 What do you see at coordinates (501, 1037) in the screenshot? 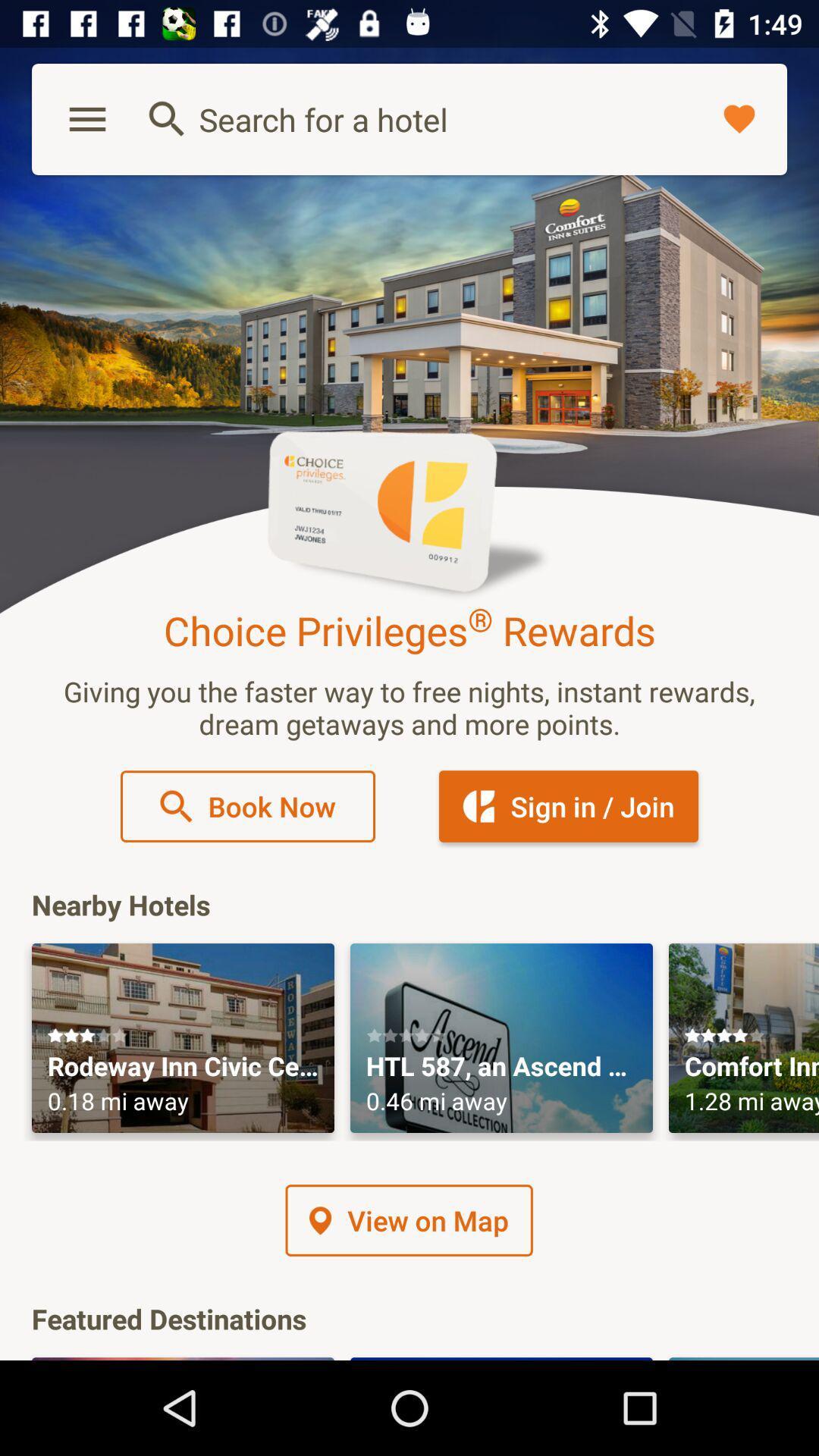
I see `second nearby hotel` at bounding box center [501, 1037].